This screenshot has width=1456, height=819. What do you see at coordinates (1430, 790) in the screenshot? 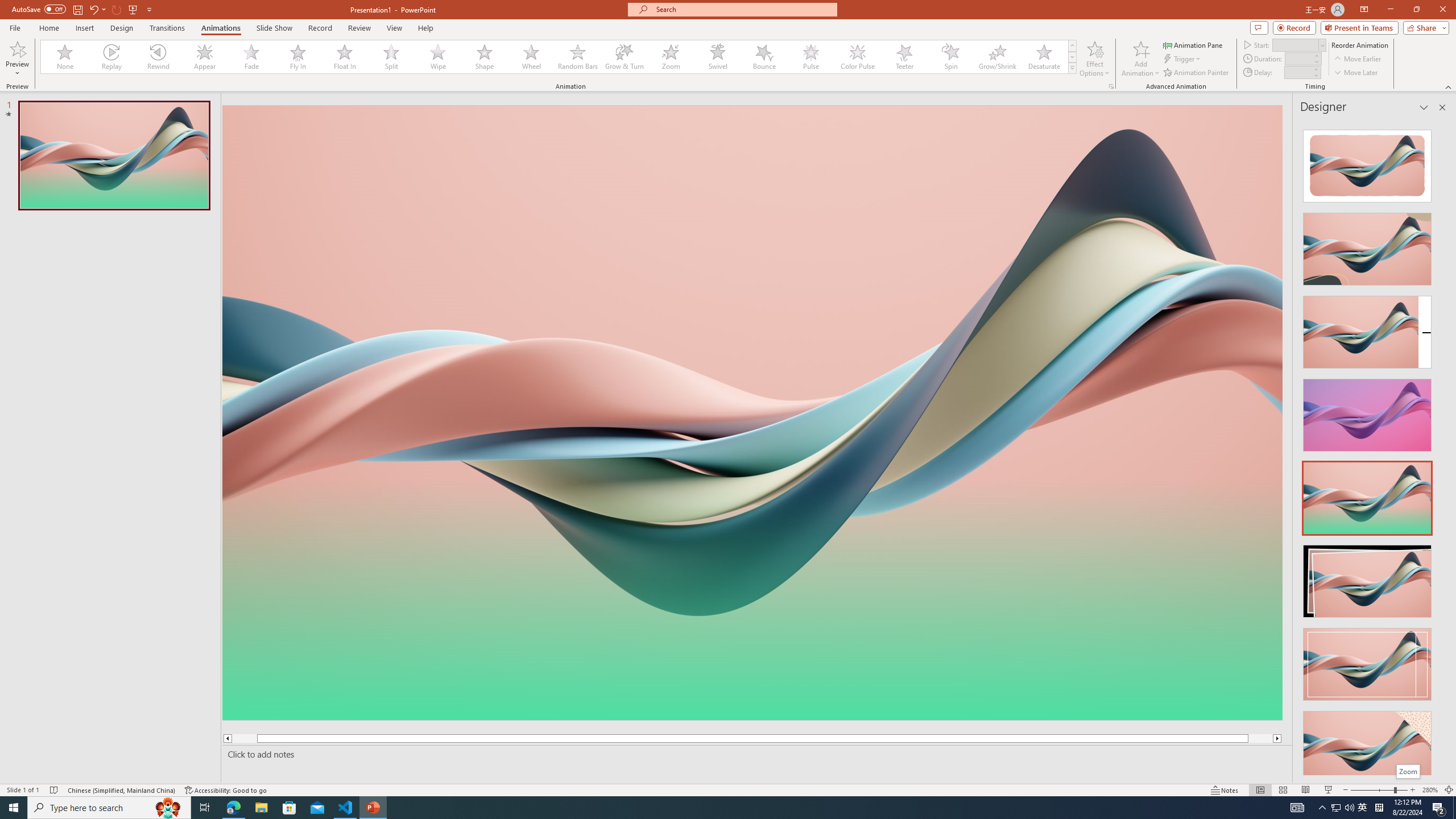
I see `'Zoom 280%'` at bounding box center [1430, 790].